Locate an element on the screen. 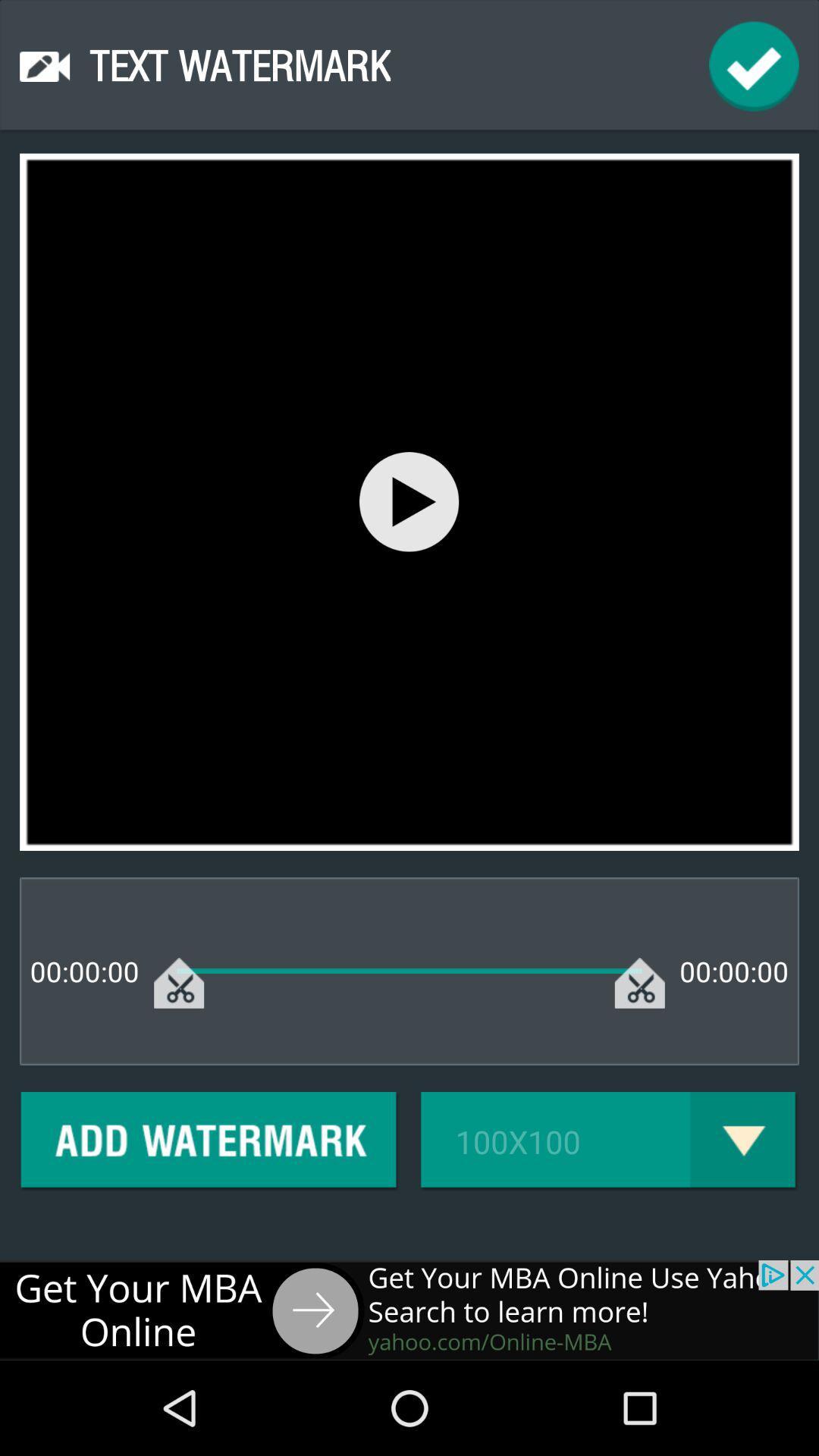  finish the text watermark is located at coordinates (754, 65).